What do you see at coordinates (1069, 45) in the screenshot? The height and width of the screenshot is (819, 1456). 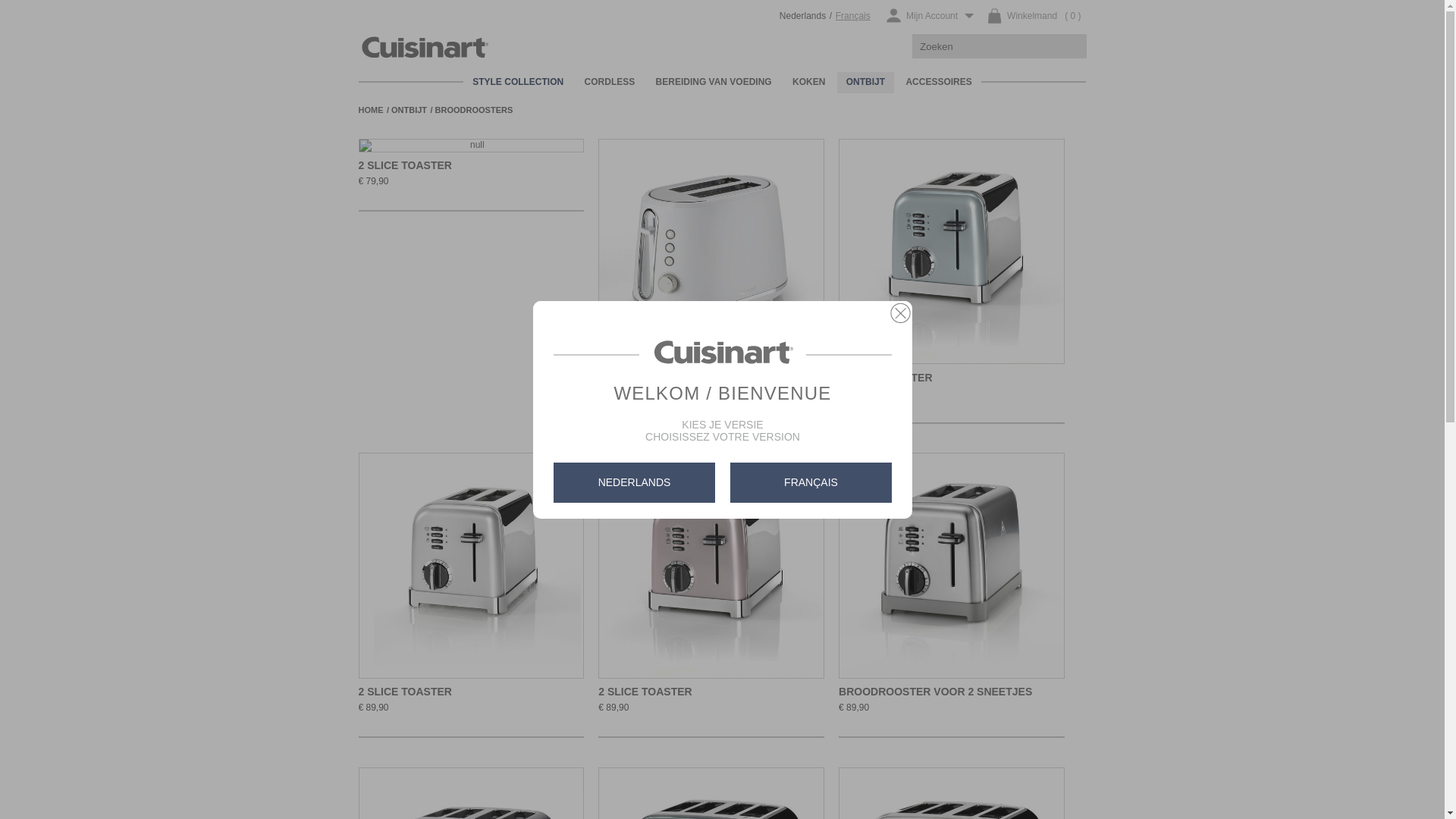 I see `'ZOEKEN'` at bounding box center [1069, 45].